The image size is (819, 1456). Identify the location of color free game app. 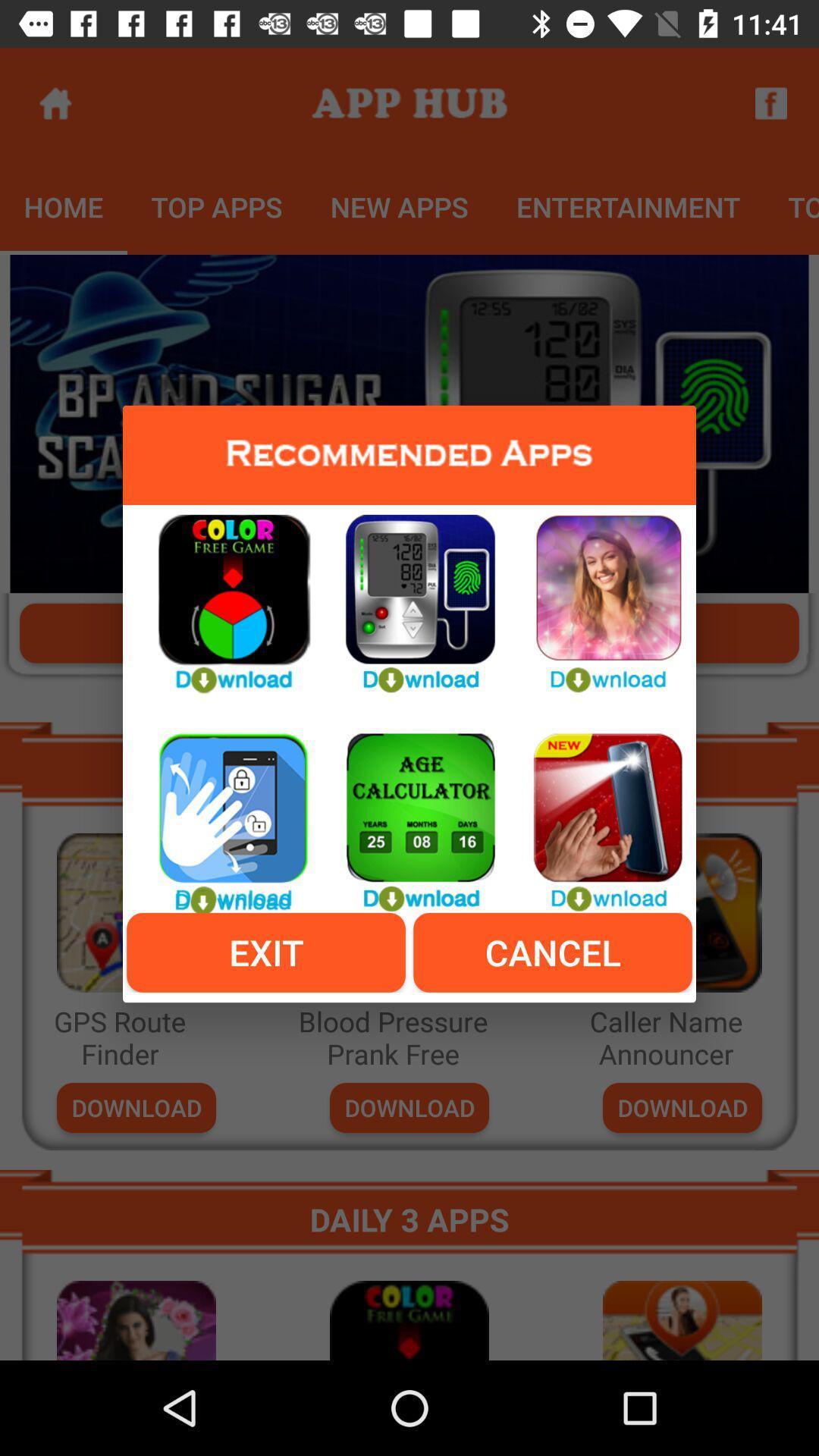
(222, 594).